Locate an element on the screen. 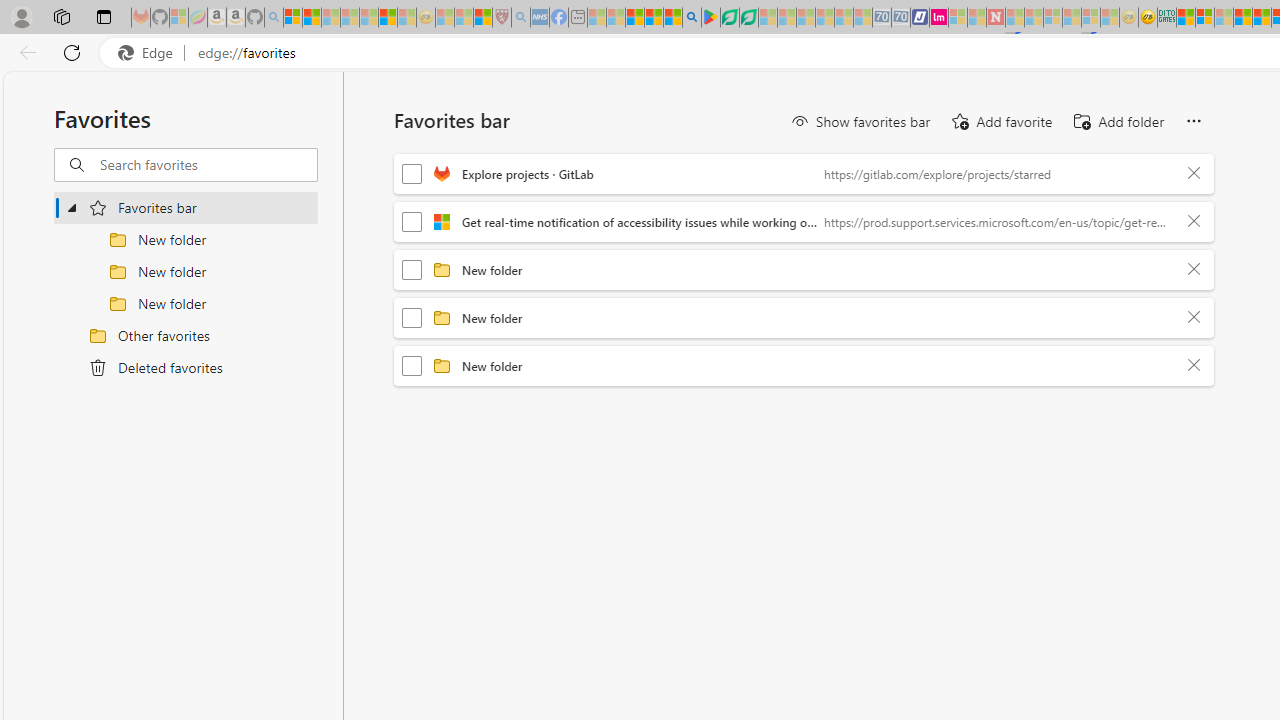 This screenshot has width=1280, height=720. 'Add folder' is located at coordinates (1117, 122).